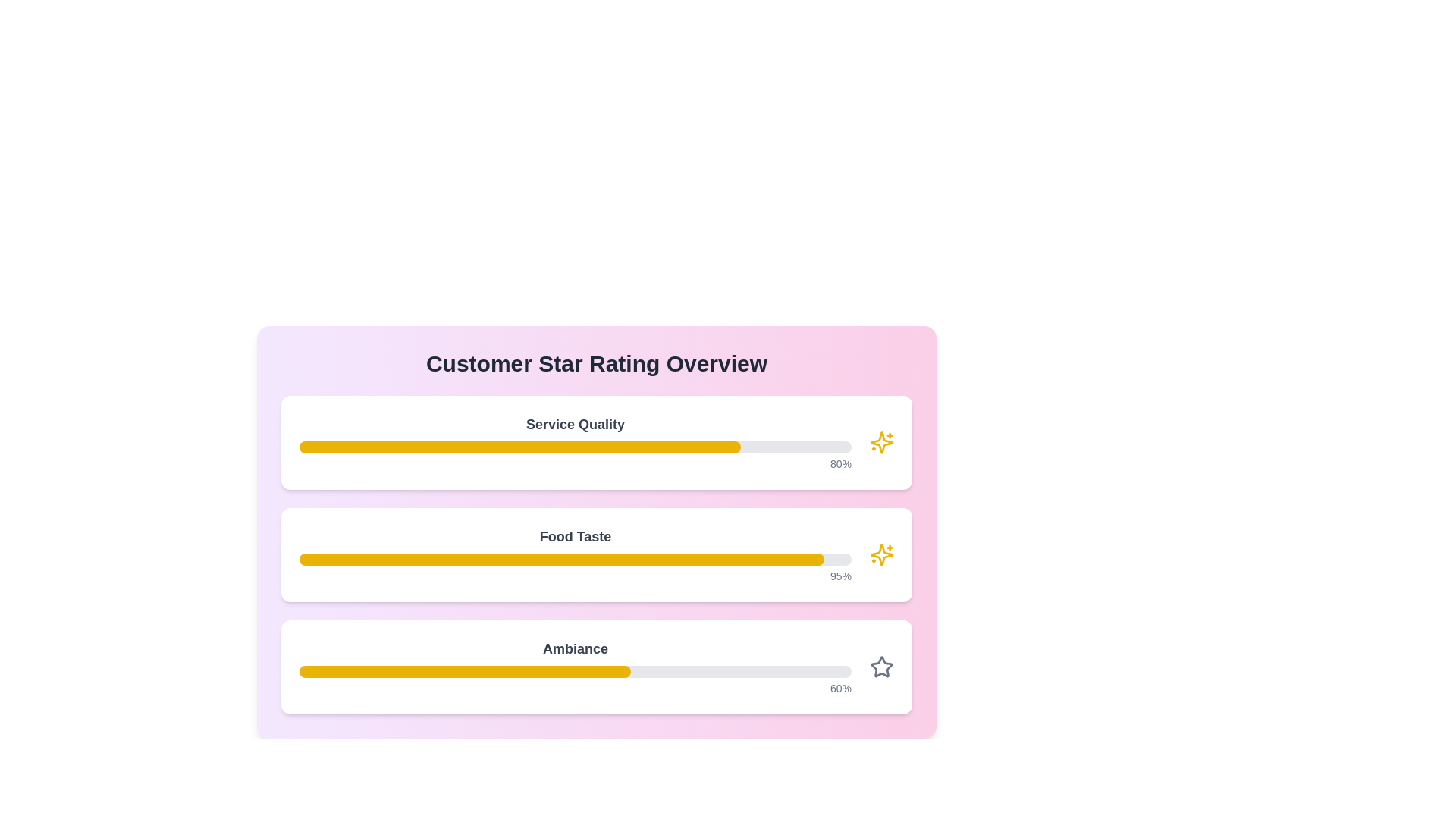 This screenshot has height=819, width=1456. I want to click on the 'Ambiance' text label which is a bold, large-sized dark gray font located on the third card in the rating list, above a yellow rating bar, so click(574, 648).